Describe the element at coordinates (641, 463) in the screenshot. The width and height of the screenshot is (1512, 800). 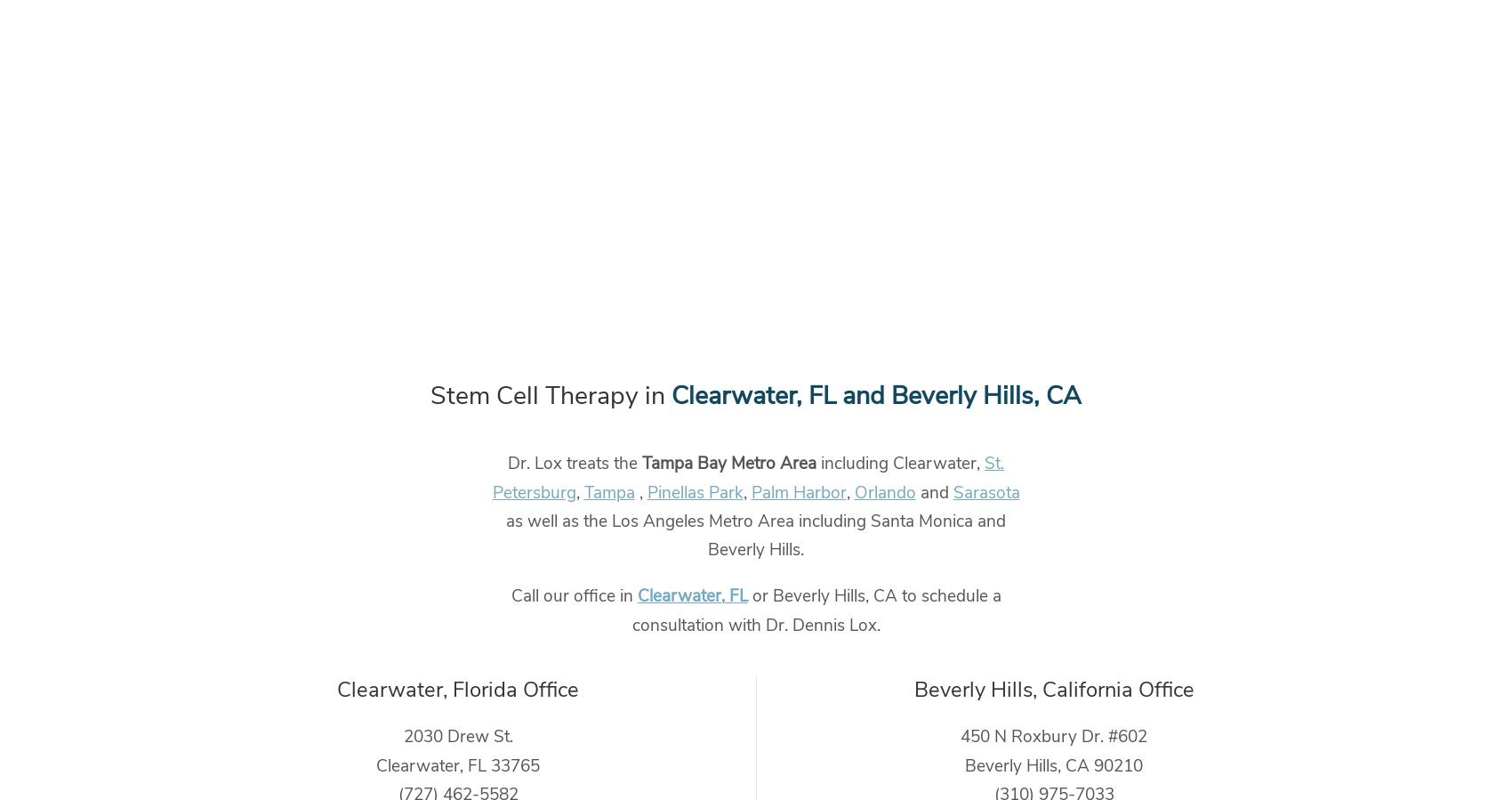
I see `'Tampa Bay Metro Area'` at that location.